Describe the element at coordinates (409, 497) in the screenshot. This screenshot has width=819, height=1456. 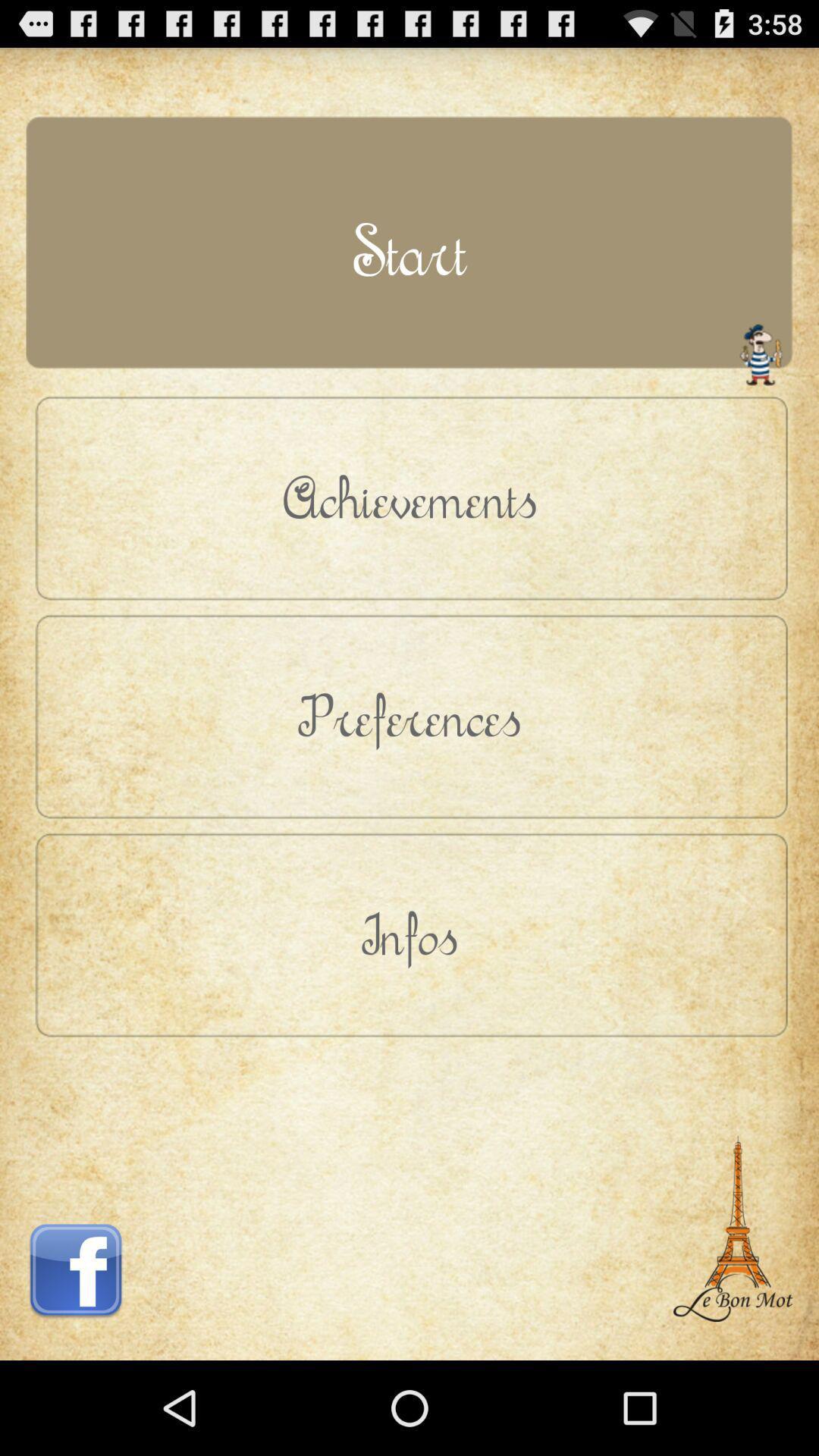
I see `the button below start button` at that location.